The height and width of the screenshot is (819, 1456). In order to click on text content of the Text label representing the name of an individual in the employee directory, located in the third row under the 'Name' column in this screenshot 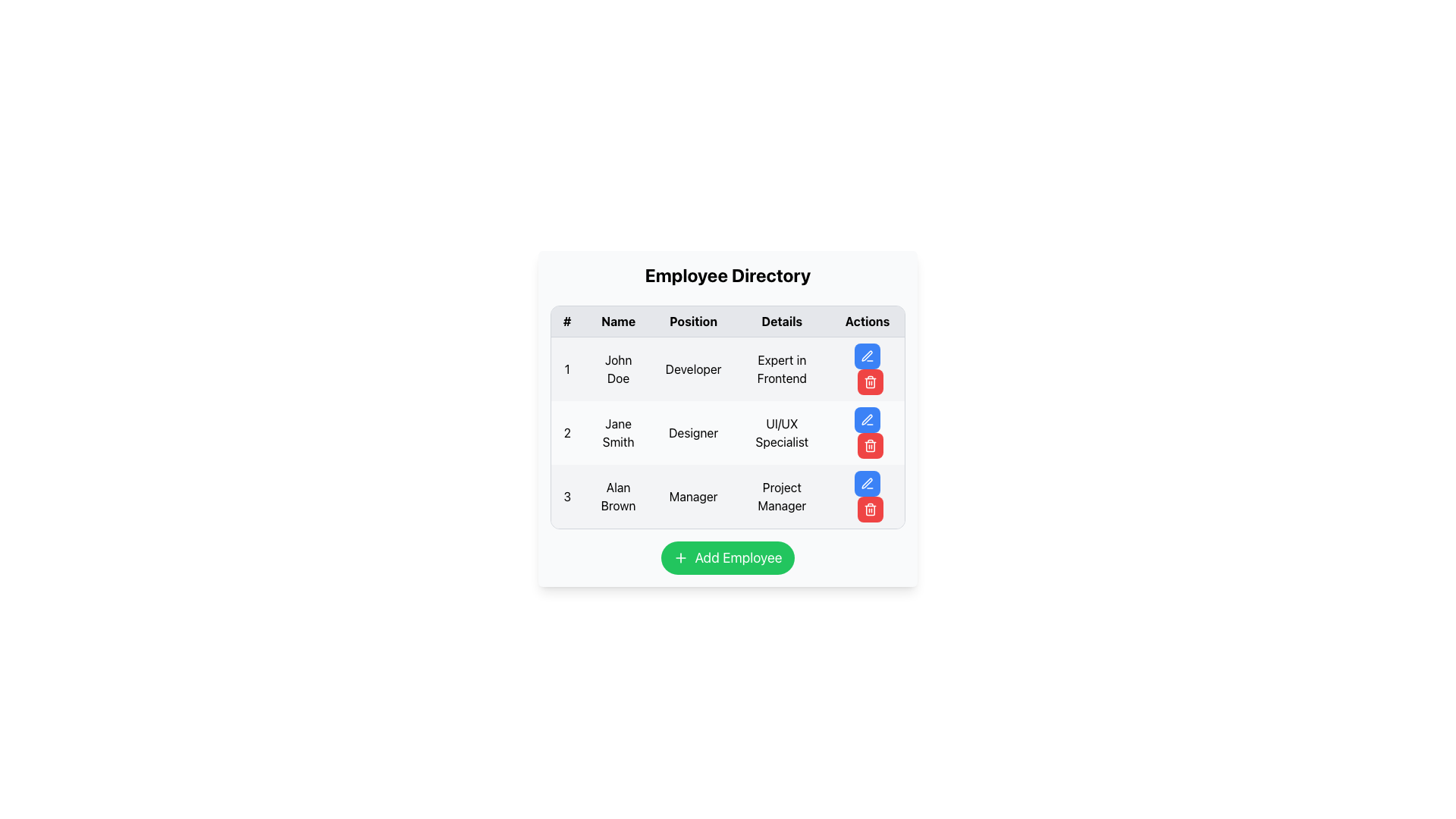, I will do `click(618, 497)`.